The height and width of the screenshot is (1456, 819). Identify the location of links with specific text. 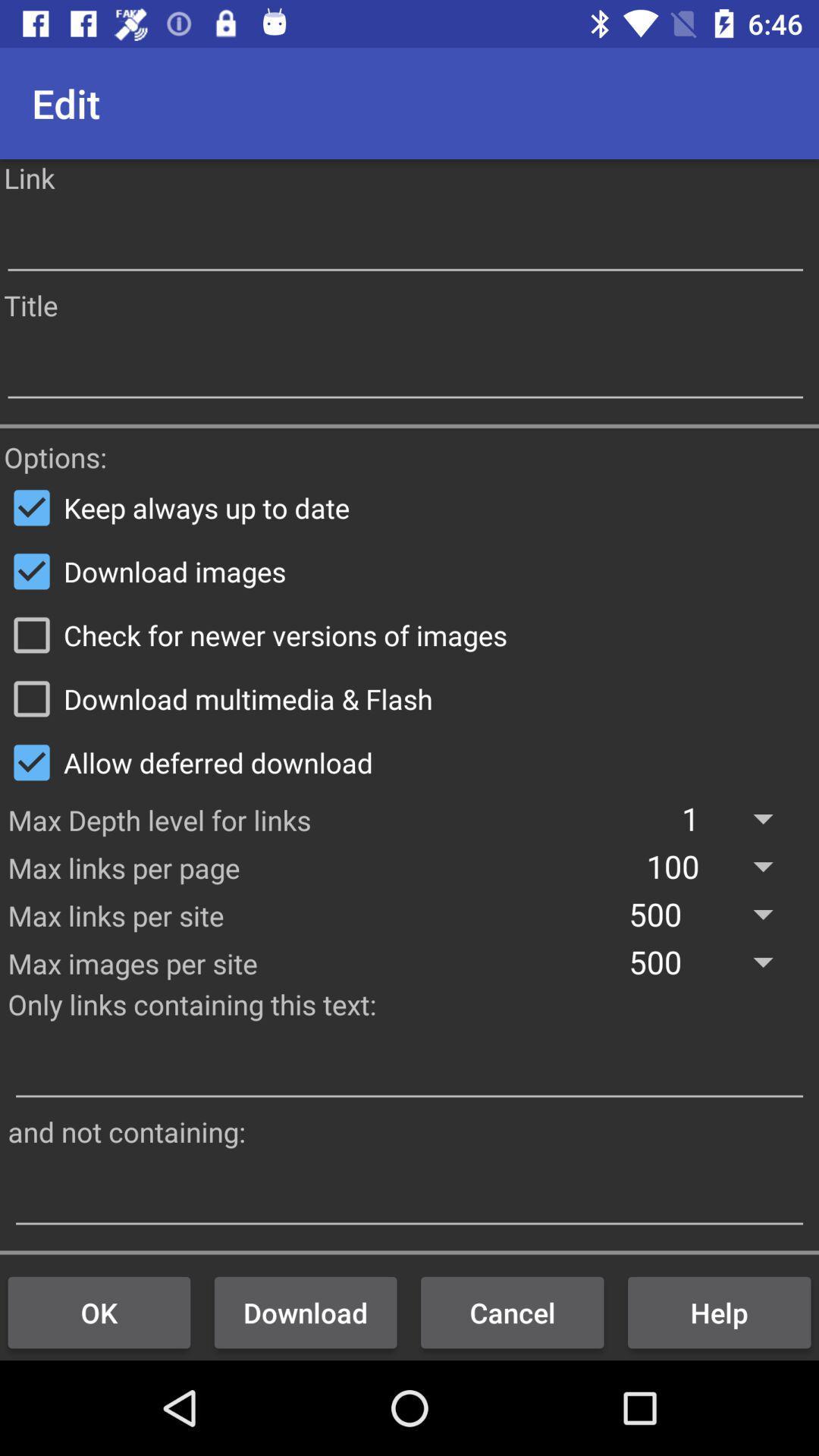
(409, 1067).